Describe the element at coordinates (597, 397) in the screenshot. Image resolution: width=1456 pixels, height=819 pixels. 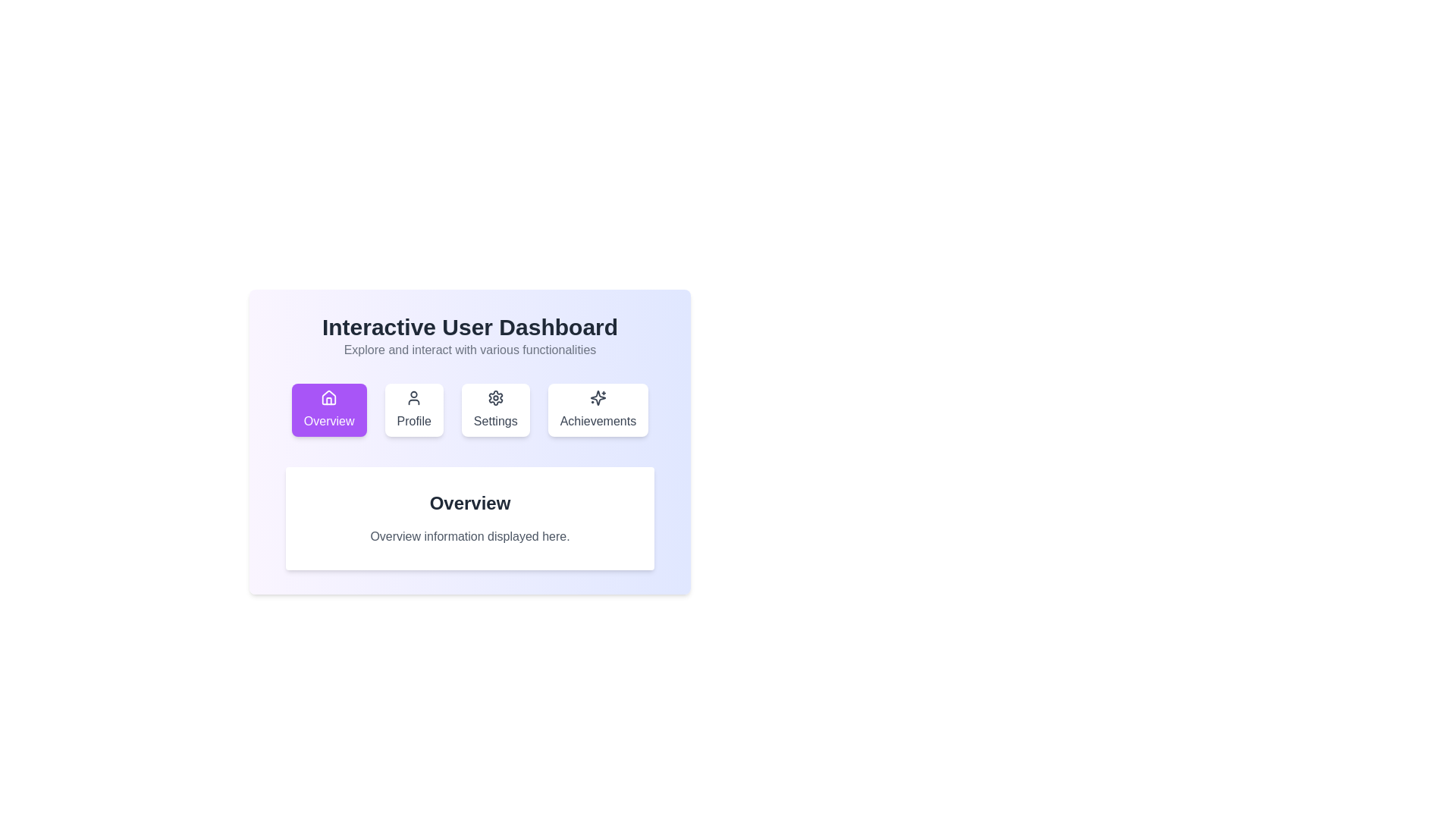
I see `the star-shaped icon located in the 'Achievements' button area` at that location.